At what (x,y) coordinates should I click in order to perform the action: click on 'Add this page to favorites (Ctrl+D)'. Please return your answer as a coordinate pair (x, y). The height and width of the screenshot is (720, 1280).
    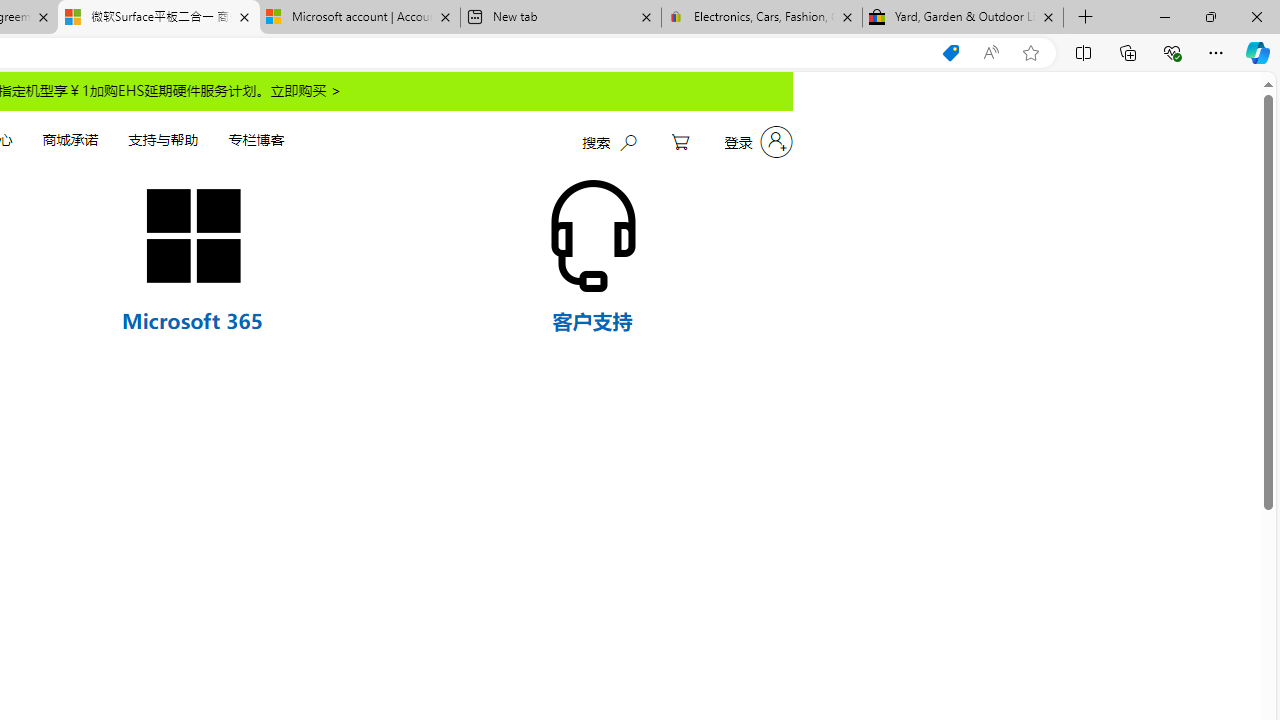
    Looking at the image, I should click on (1031, 52).